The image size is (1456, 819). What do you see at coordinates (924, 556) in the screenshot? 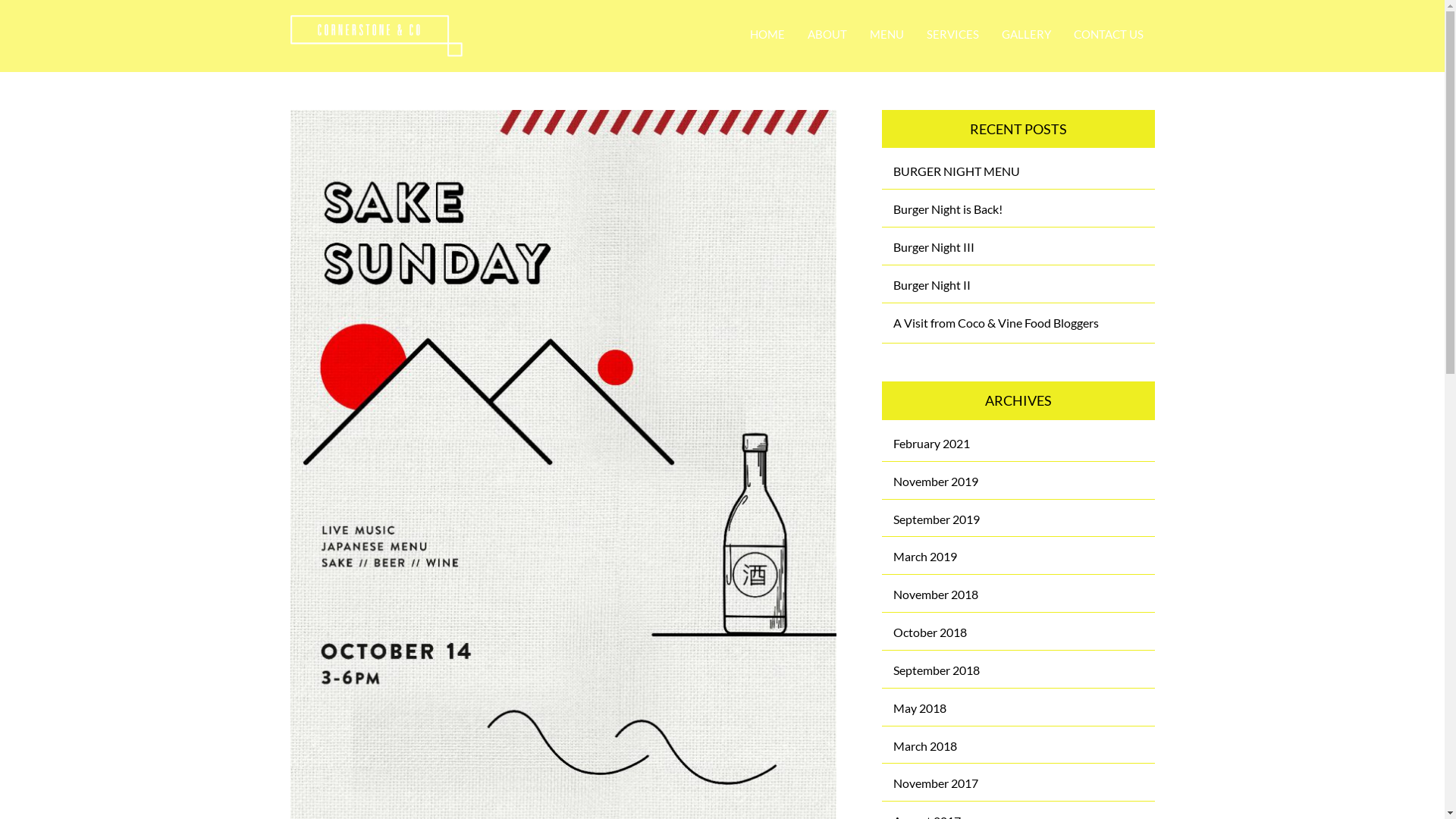
I see `'March 2019'` at bounding box center [924, 556].